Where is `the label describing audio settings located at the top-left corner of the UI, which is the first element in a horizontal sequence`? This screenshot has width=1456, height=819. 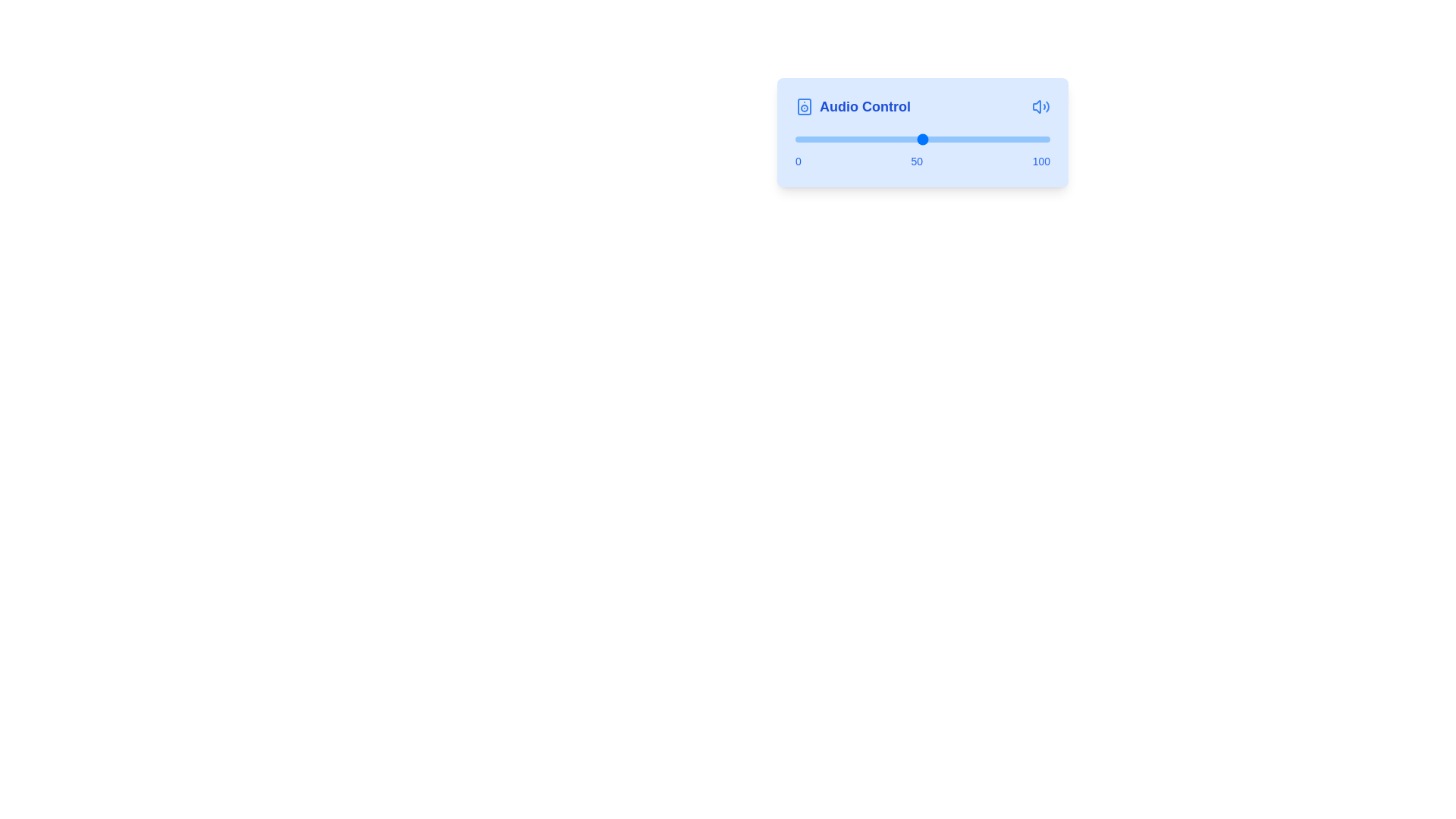 the label describing audio settings located at the top-left corner of the UI, which is the first element in a horizontal sequence is located at coordinates (852, 106).